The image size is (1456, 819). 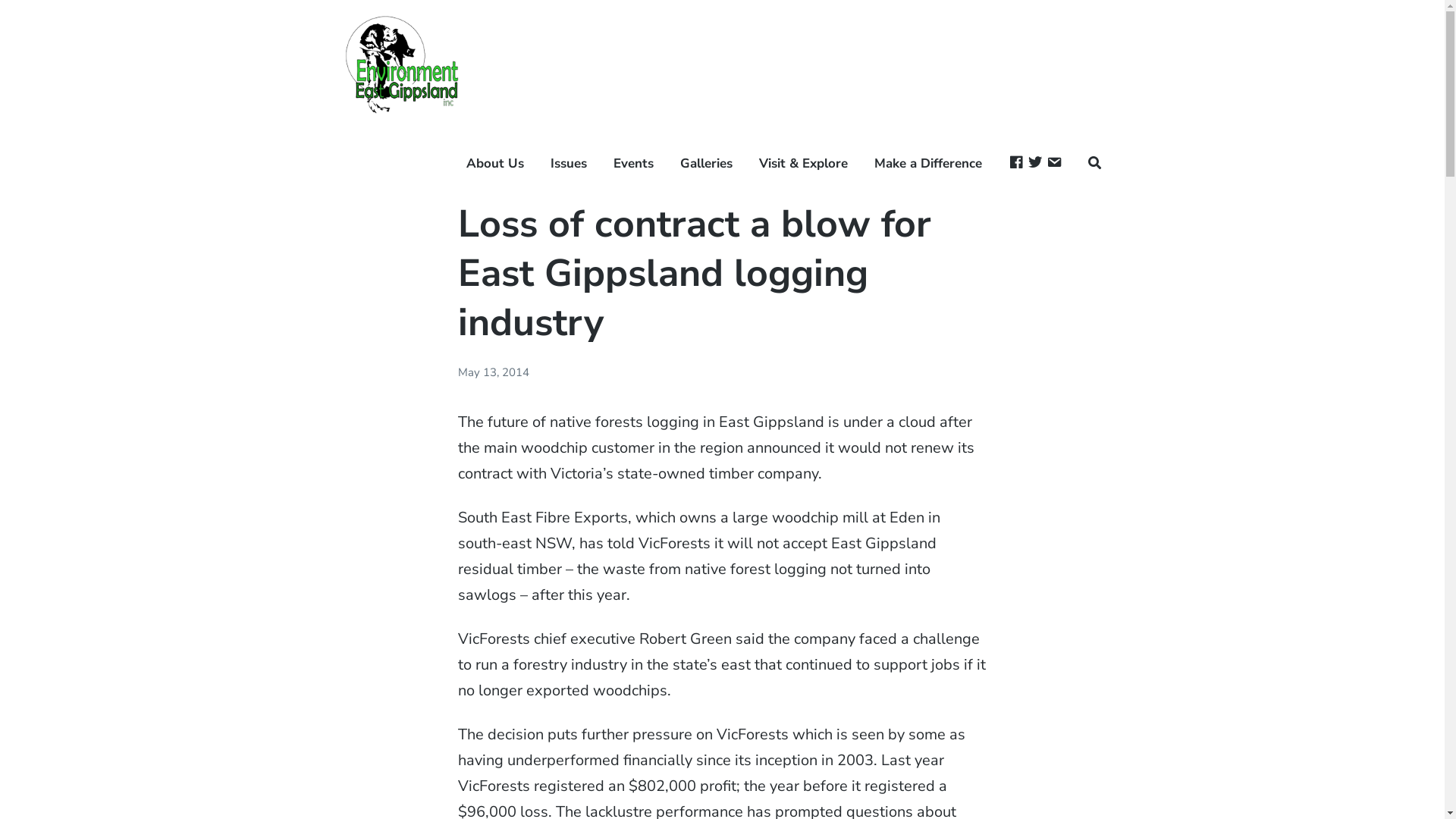 What do you see at coordinates (1027, 164) in the screenshot?
I see `'Twitter'` at bounding box center [1027, 164].